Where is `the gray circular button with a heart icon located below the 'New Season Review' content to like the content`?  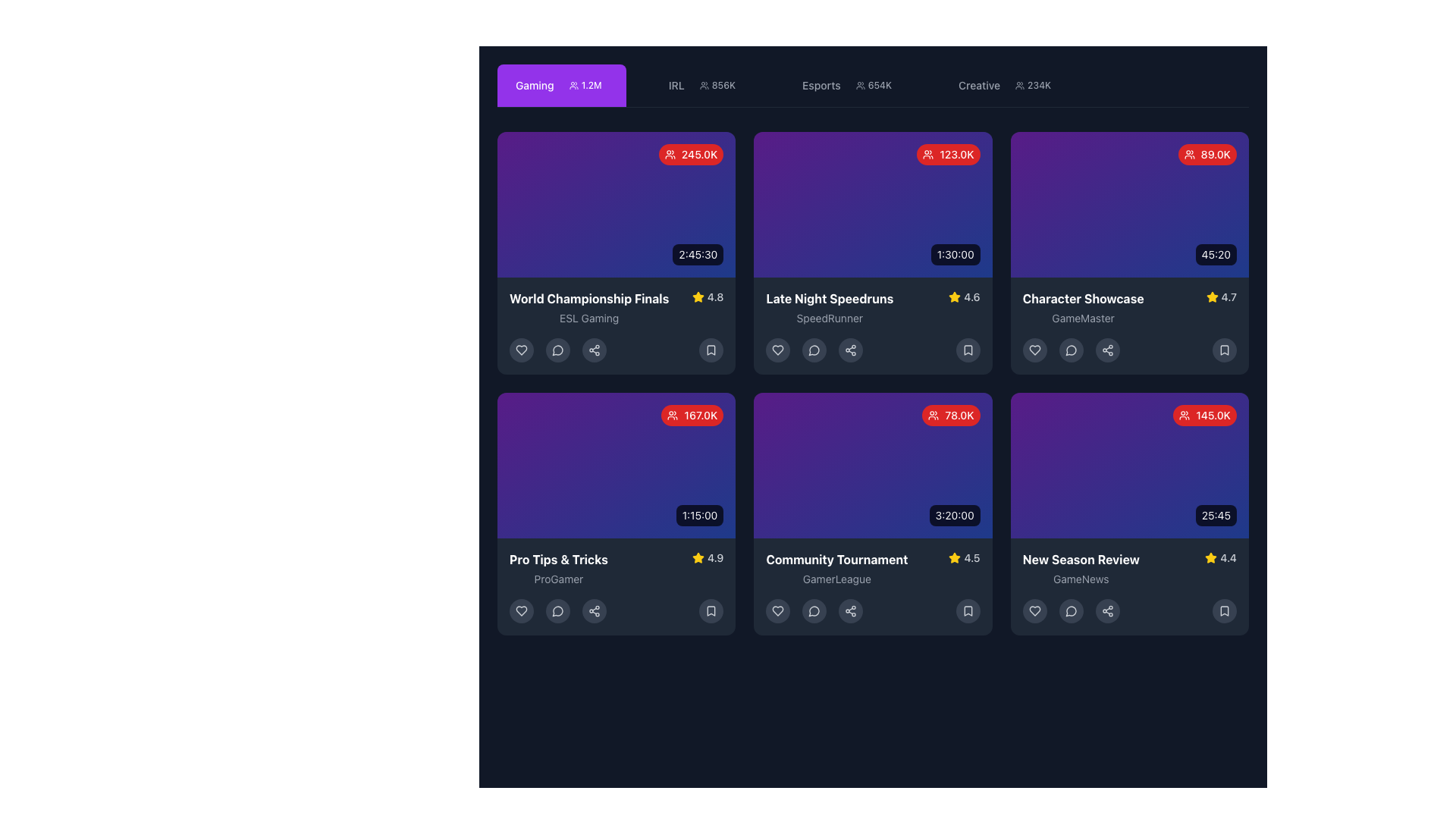
the gray circular button with a heart icon located below the 'New Season Review' content to like the content is located at coordinates (1033, 610).